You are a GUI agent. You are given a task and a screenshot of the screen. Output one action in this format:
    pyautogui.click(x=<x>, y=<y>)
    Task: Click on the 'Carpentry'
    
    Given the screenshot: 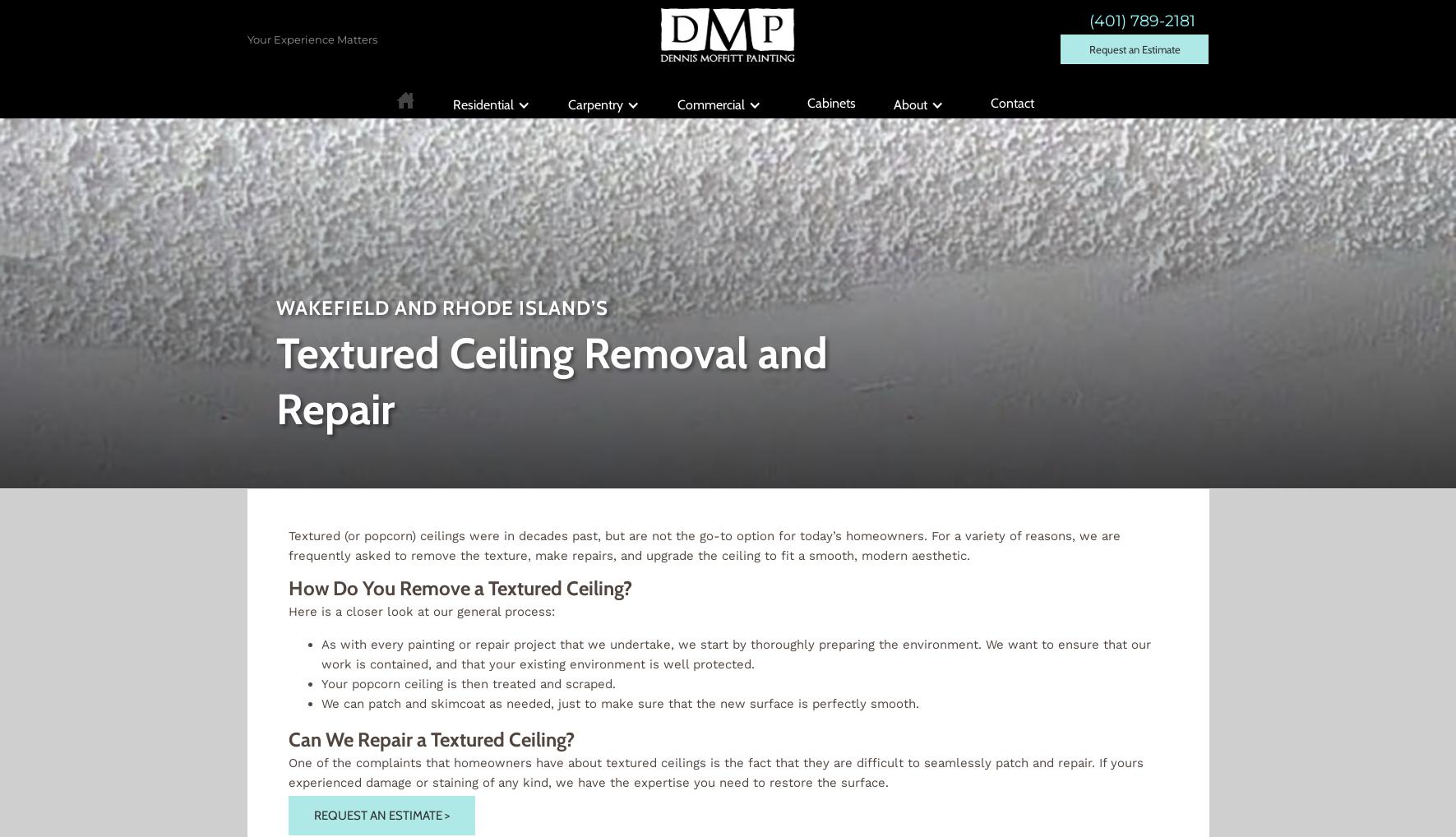 What is the action you would take?
    pyautogui.click(x=594, y=104)
    